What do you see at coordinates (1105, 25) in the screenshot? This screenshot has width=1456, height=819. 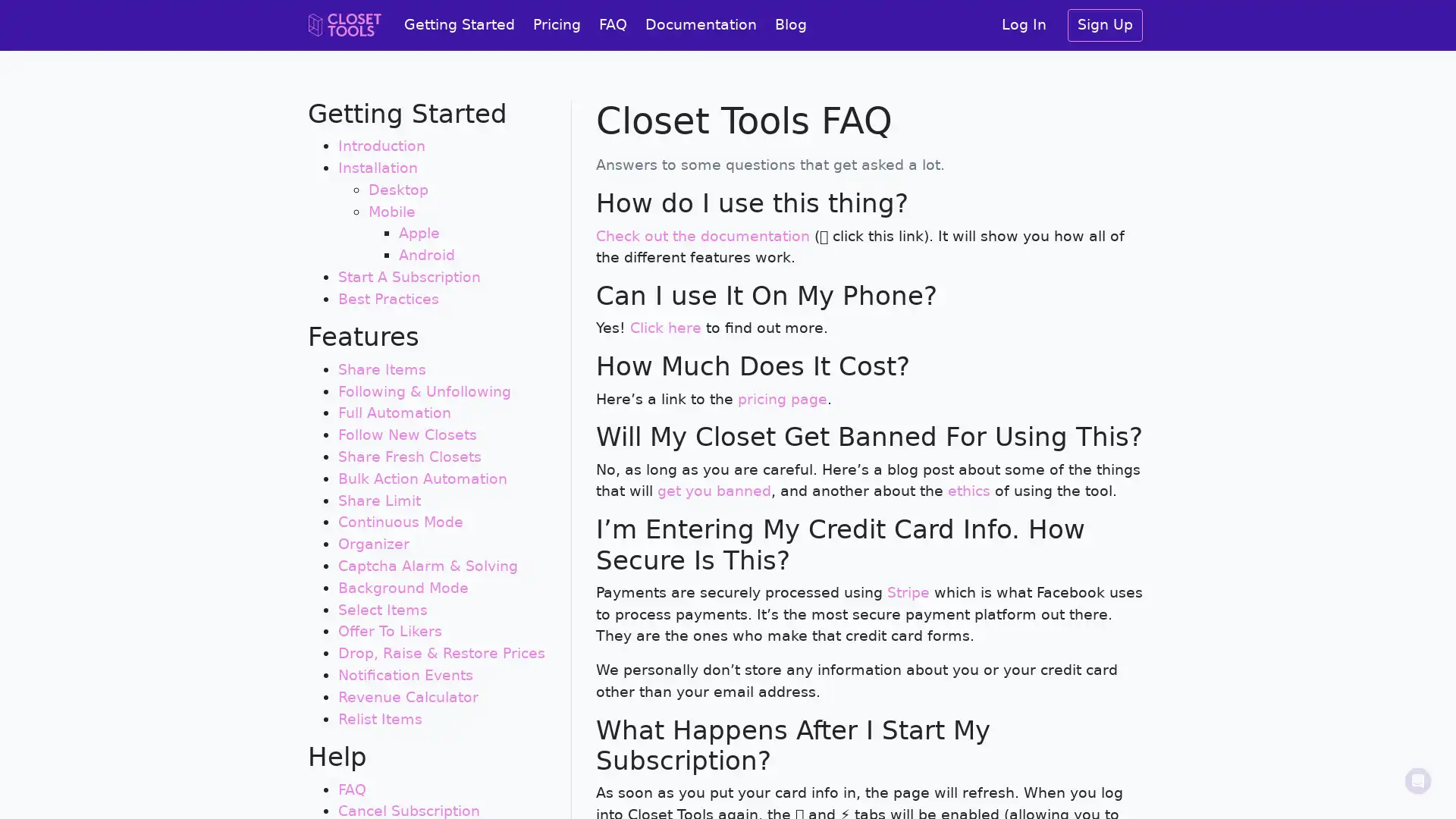 I see `Sign Up` at bounding box center [1105, 25].